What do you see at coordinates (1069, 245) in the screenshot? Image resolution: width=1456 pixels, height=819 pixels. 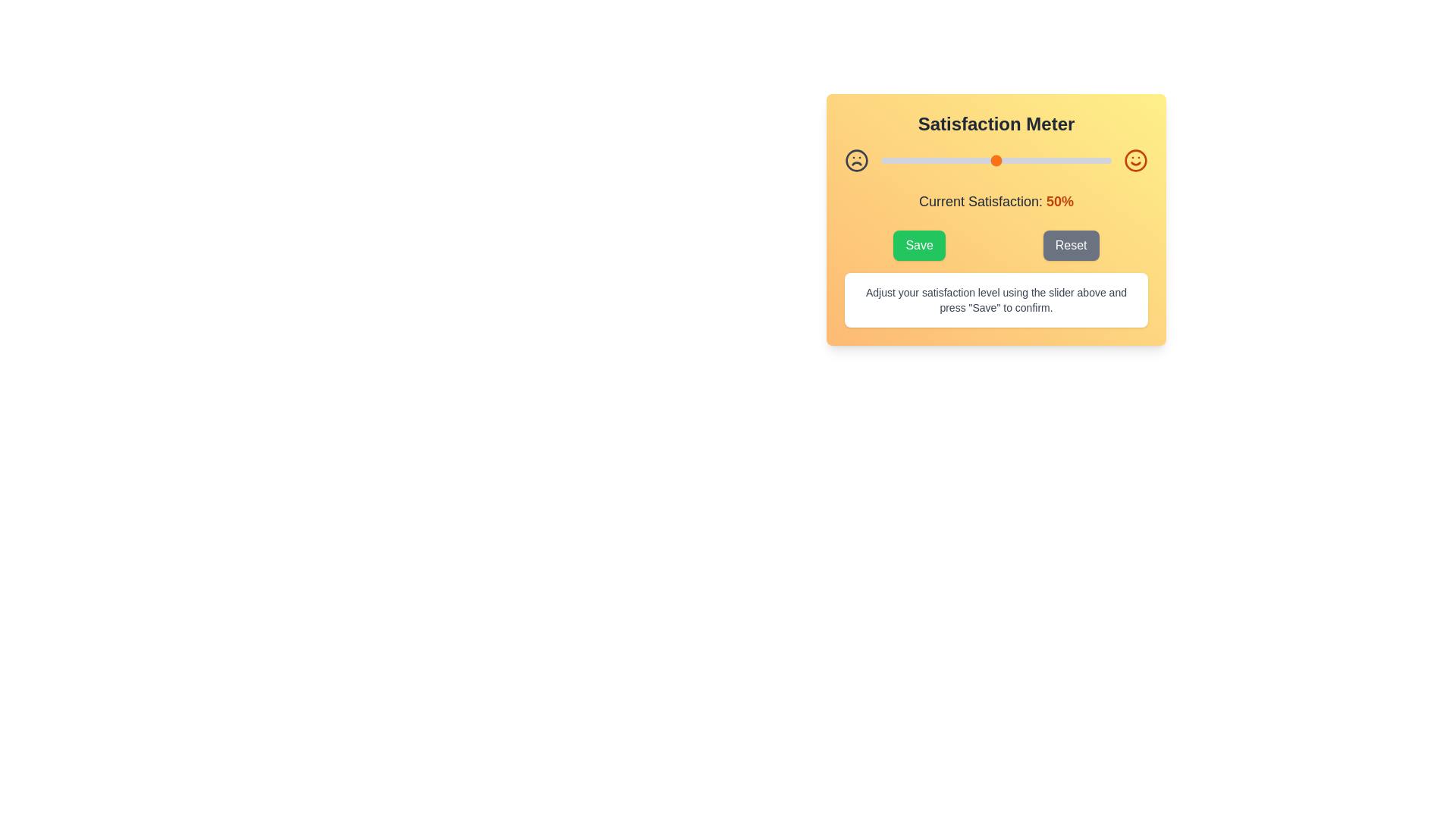 I see `the 'Reset' button to reset the satisfaction level` at bounding box center [1069, 245].